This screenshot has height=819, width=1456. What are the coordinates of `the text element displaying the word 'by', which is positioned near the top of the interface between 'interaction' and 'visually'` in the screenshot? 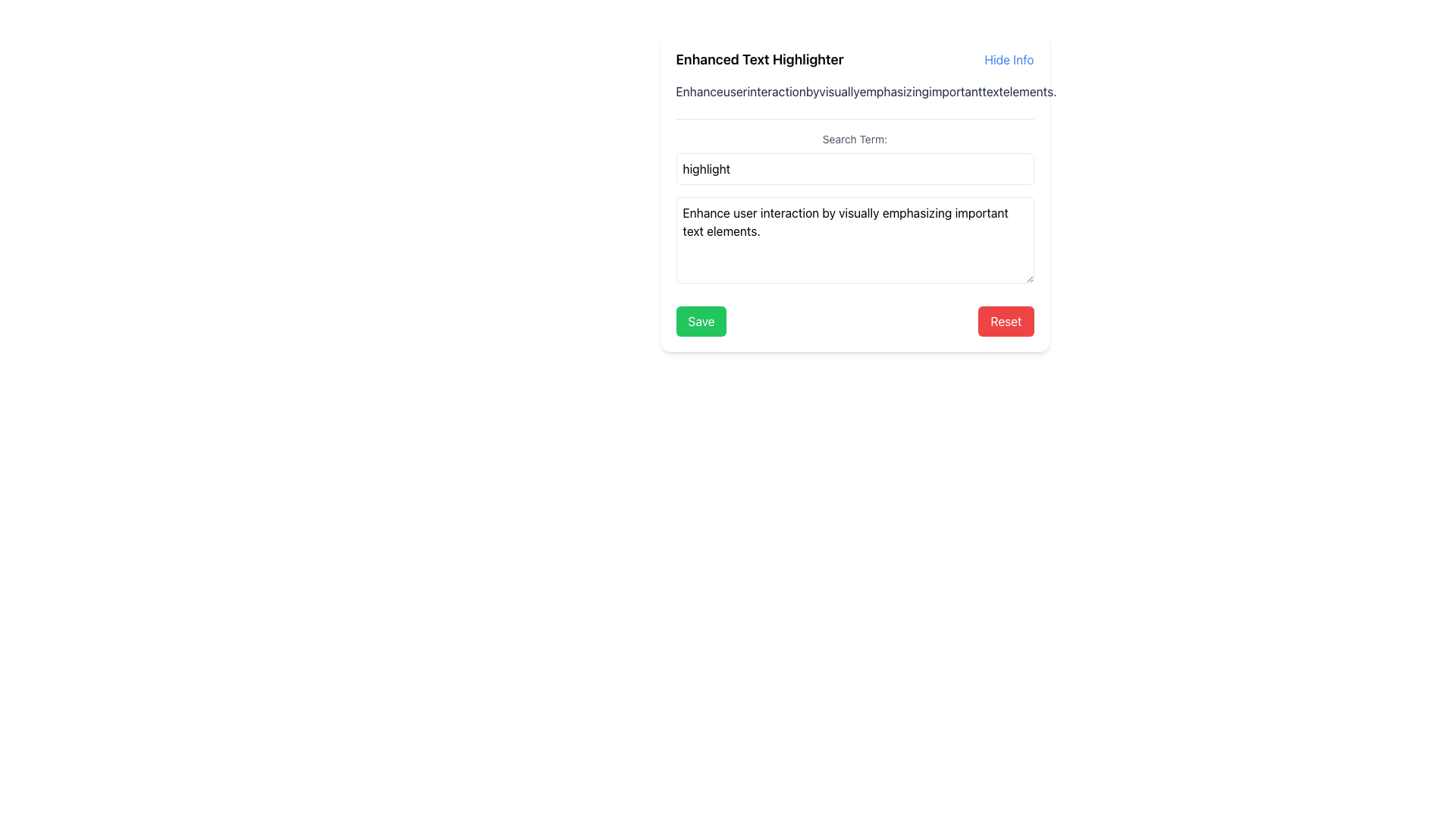 It's located at (811, 91).